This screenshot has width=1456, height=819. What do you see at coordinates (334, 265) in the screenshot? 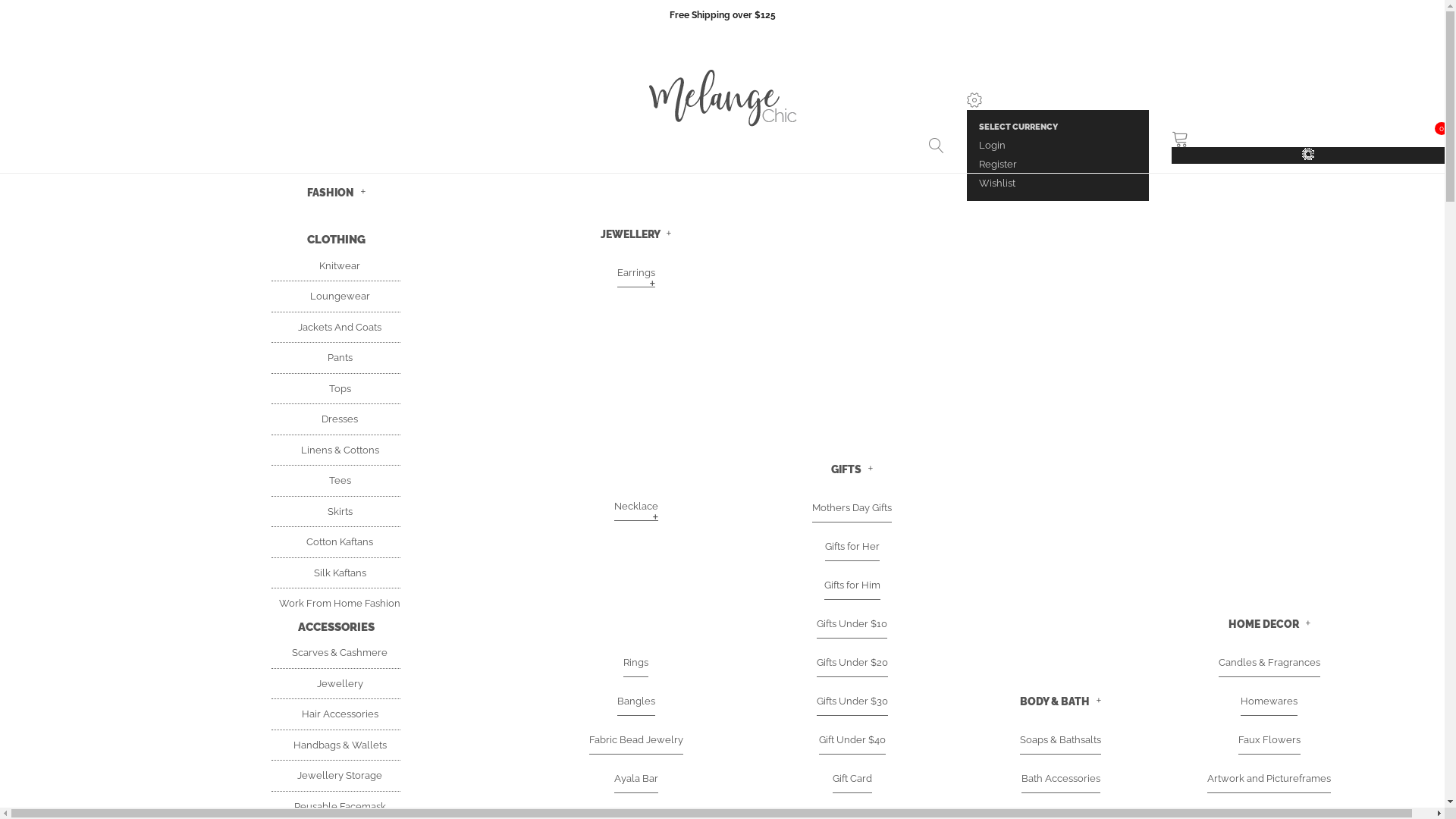
I see `'Knitwear'` at bounding box center [334, 265].